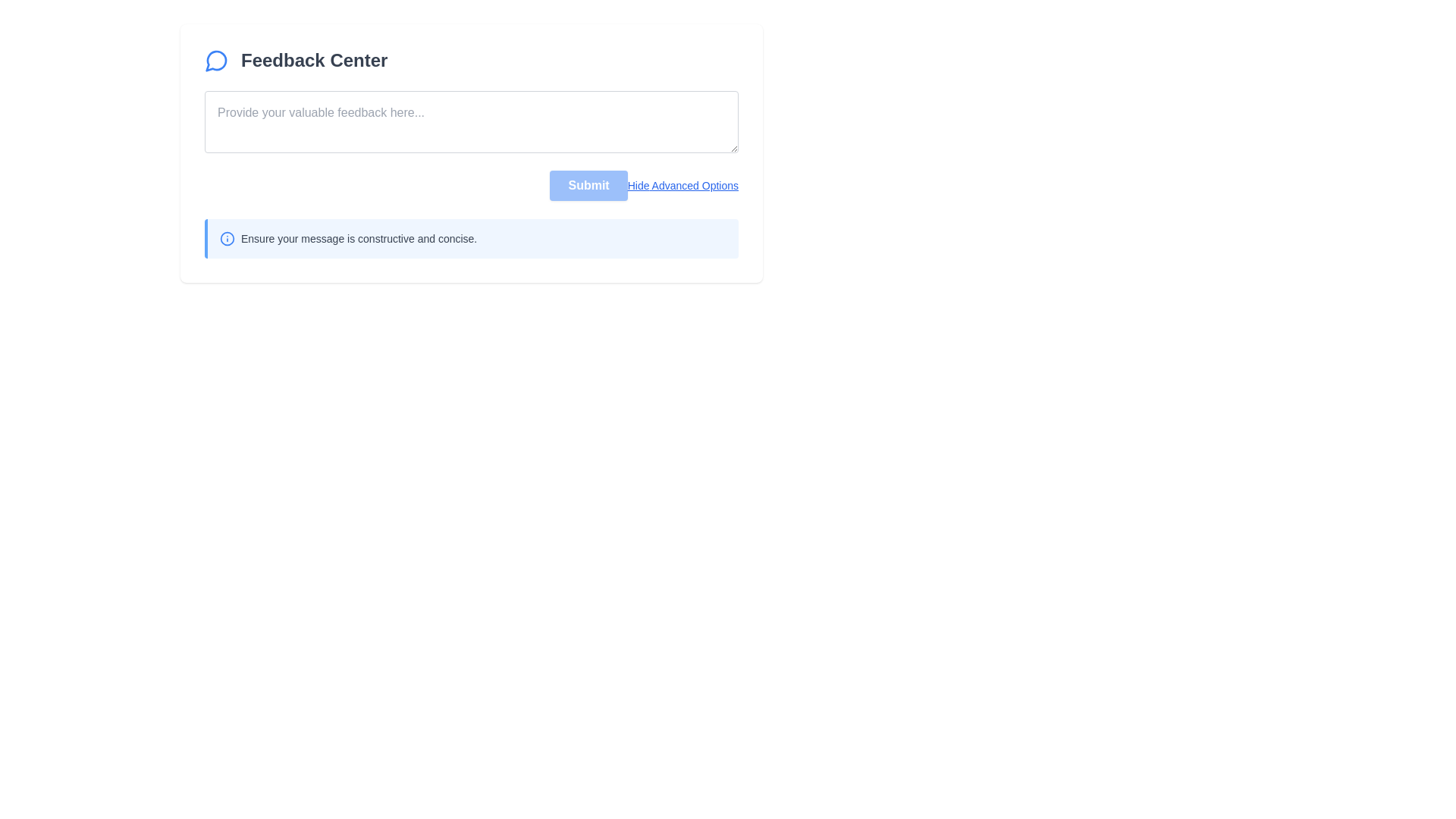  I want to click on the Information icon located at the leftmost side of the message 'Ensure your message is constructive and concise.', so click(226, 239).